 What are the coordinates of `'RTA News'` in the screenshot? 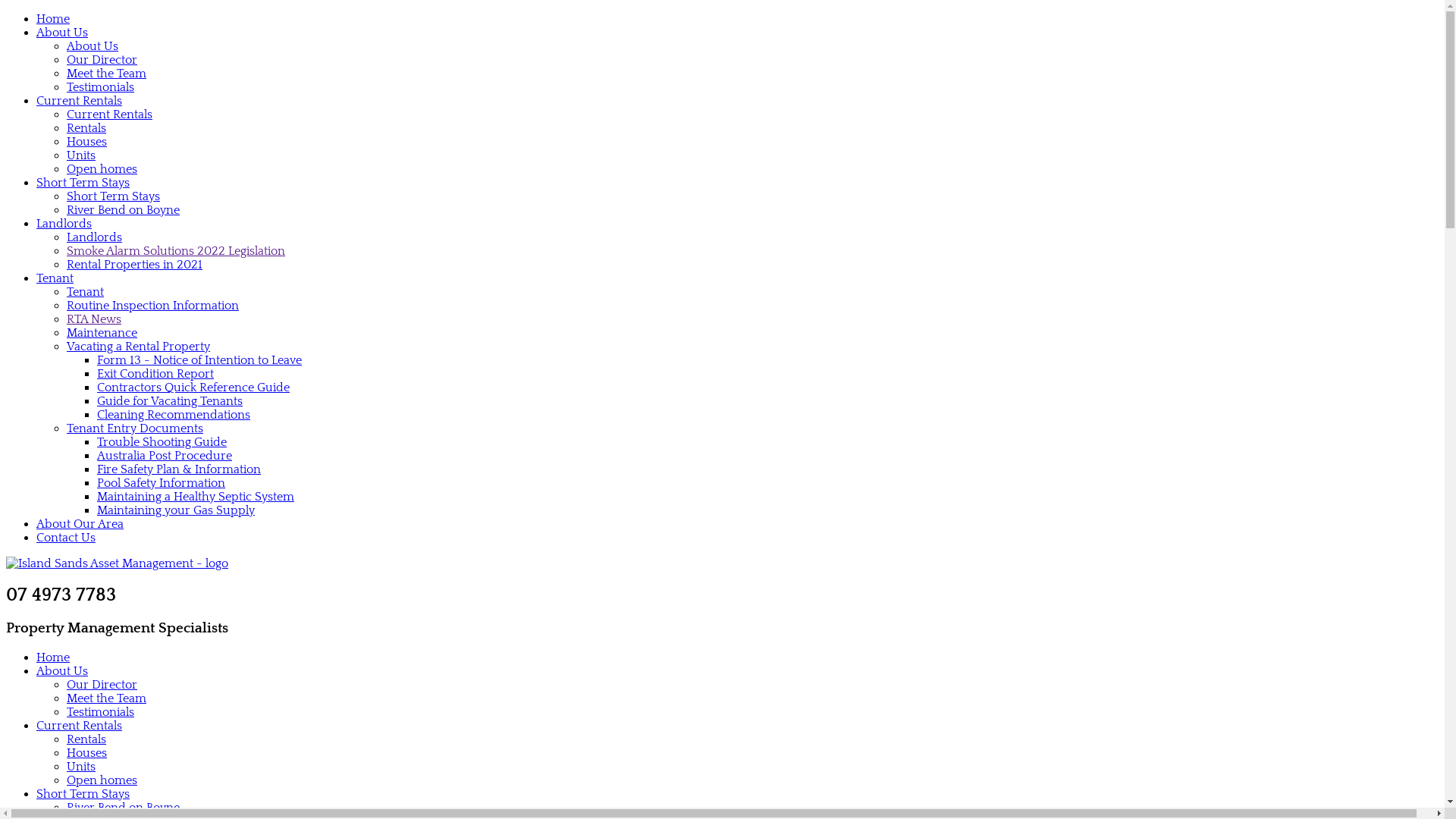 It's located at (93, 318).